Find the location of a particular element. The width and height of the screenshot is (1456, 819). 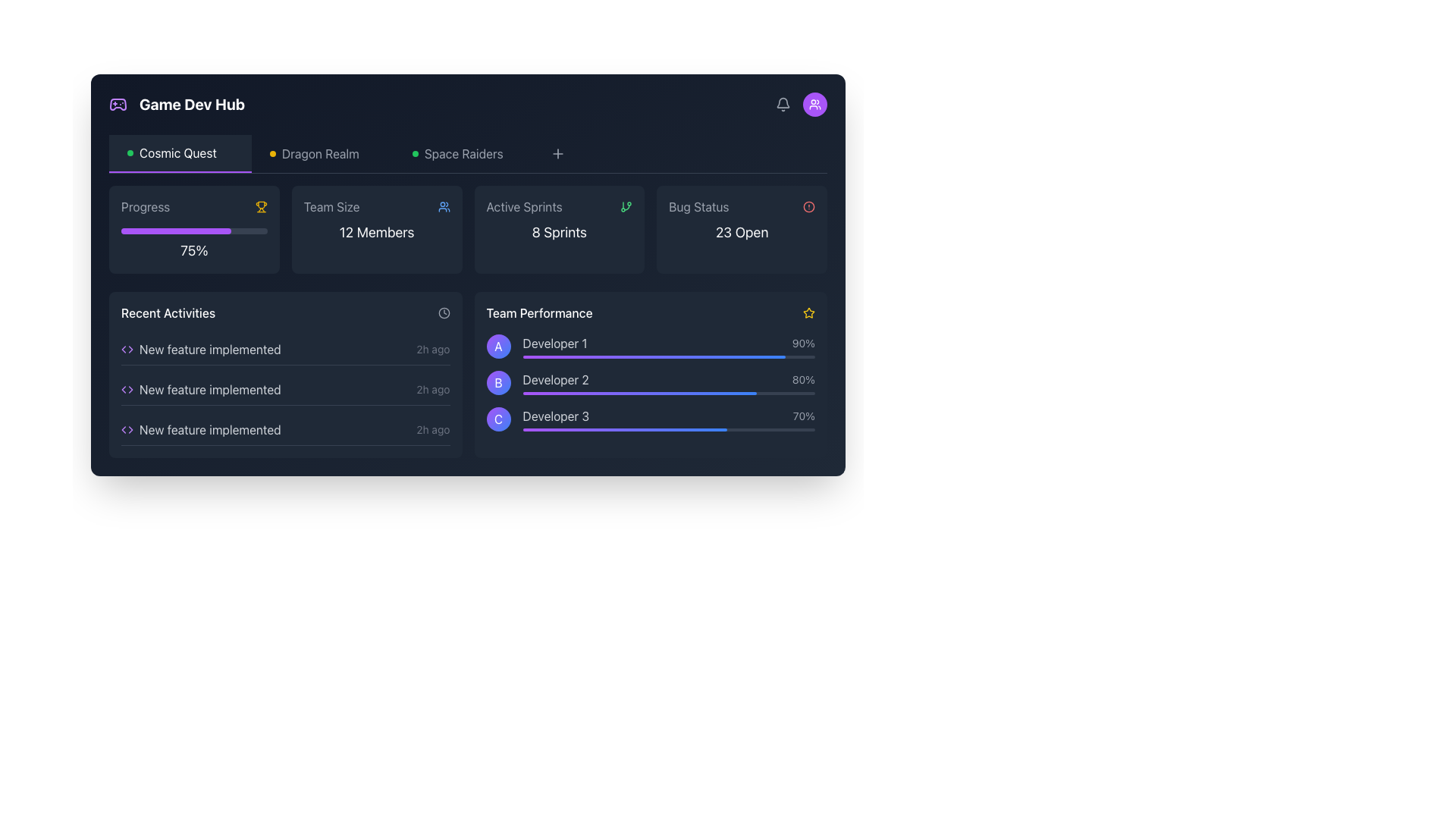

the gray text label displaying '2h ago', which indicates time-related information and is positioned in the 'Recent Activities' section next to the entry labeled 'New feature implemented' is located at coordinates (432, 430).